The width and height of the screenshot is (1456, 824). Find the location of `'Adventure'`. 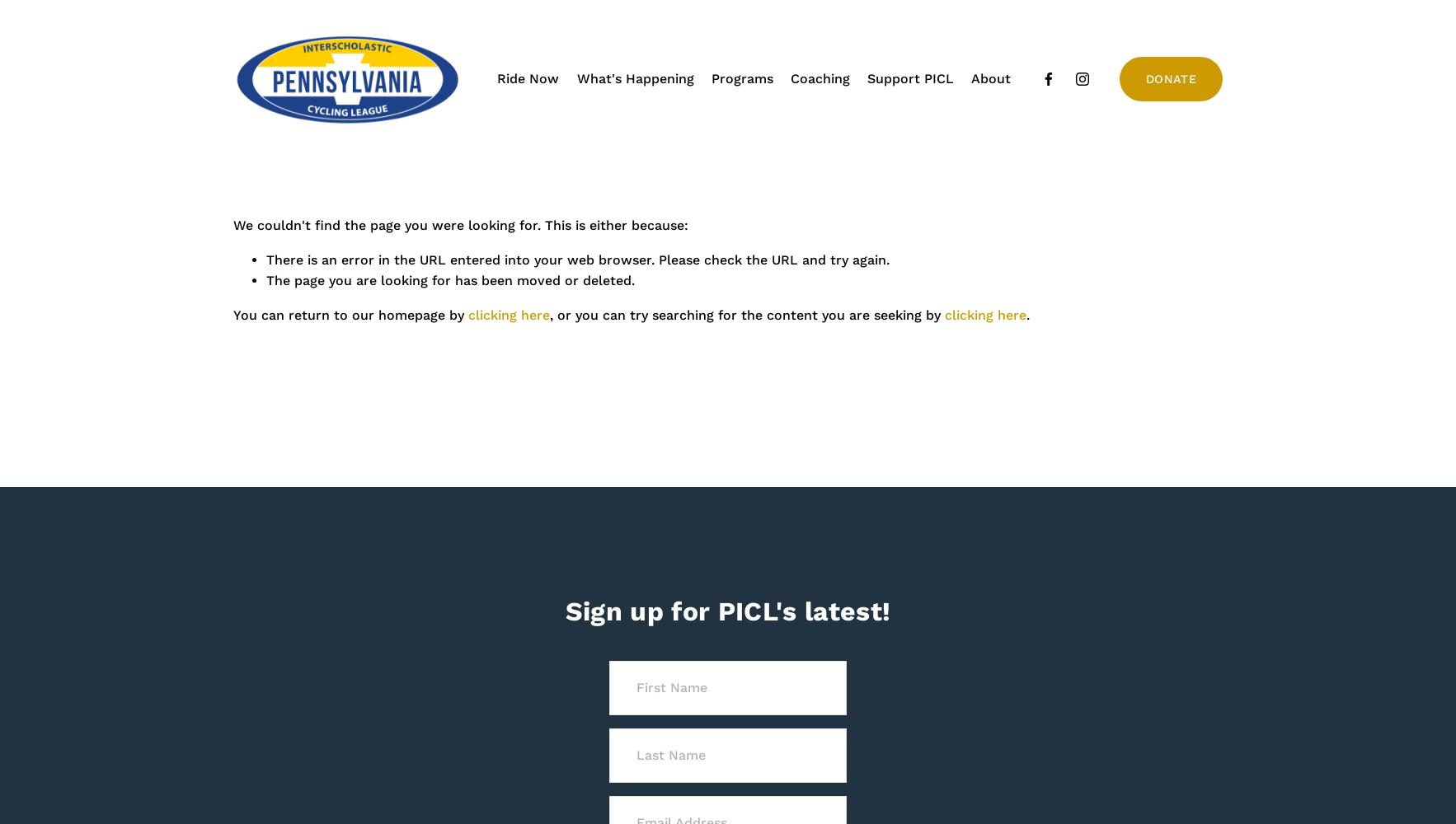

'Adventure' is located at coordinates (704, 126).